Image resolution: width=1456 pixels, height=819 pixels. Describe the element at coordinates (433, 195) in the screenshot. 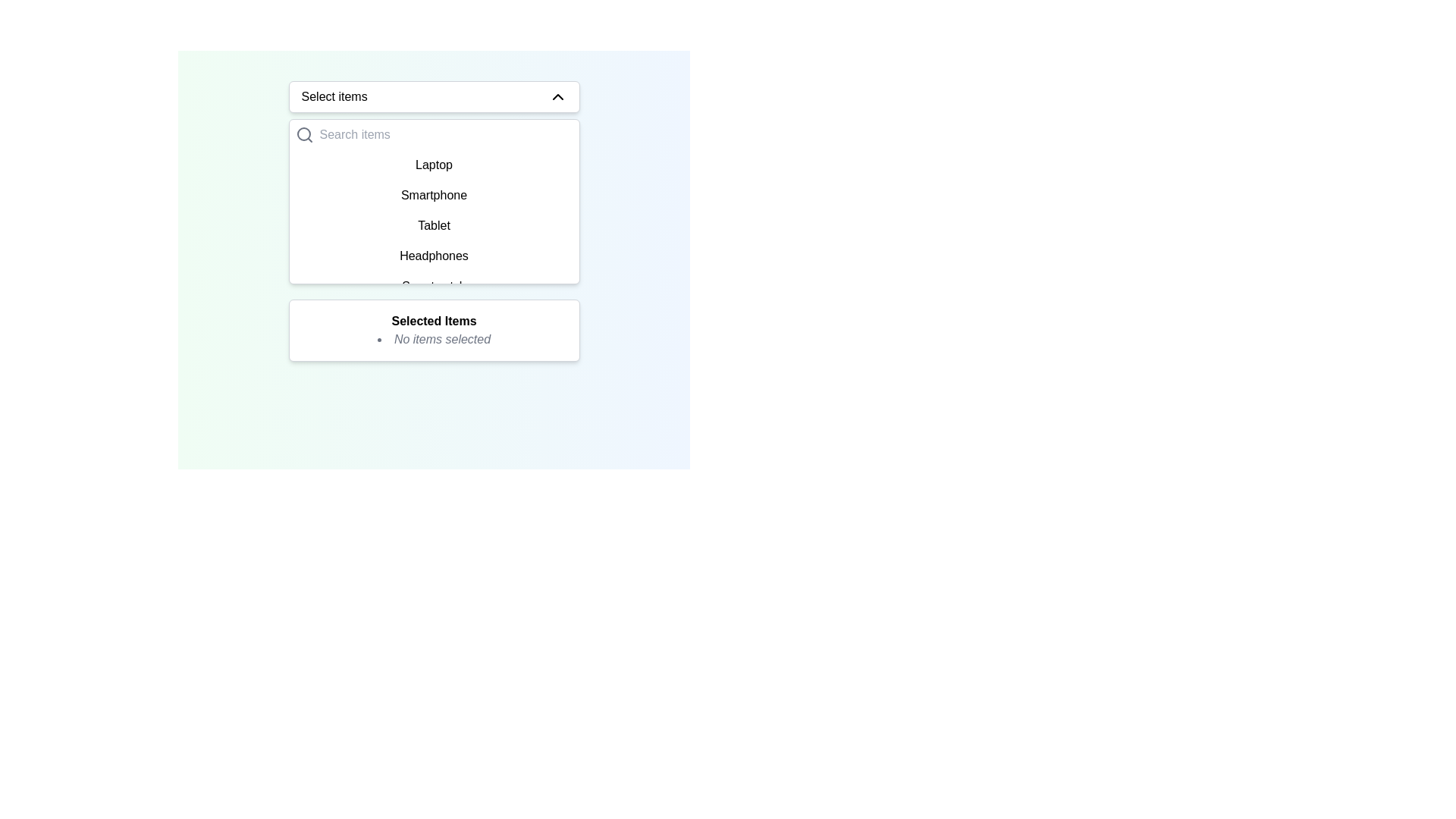

I see `the 'Smartphone' option in the dropdown menu, which is the second item listed below 'Laptop' and above 'Tablet'` at that location.